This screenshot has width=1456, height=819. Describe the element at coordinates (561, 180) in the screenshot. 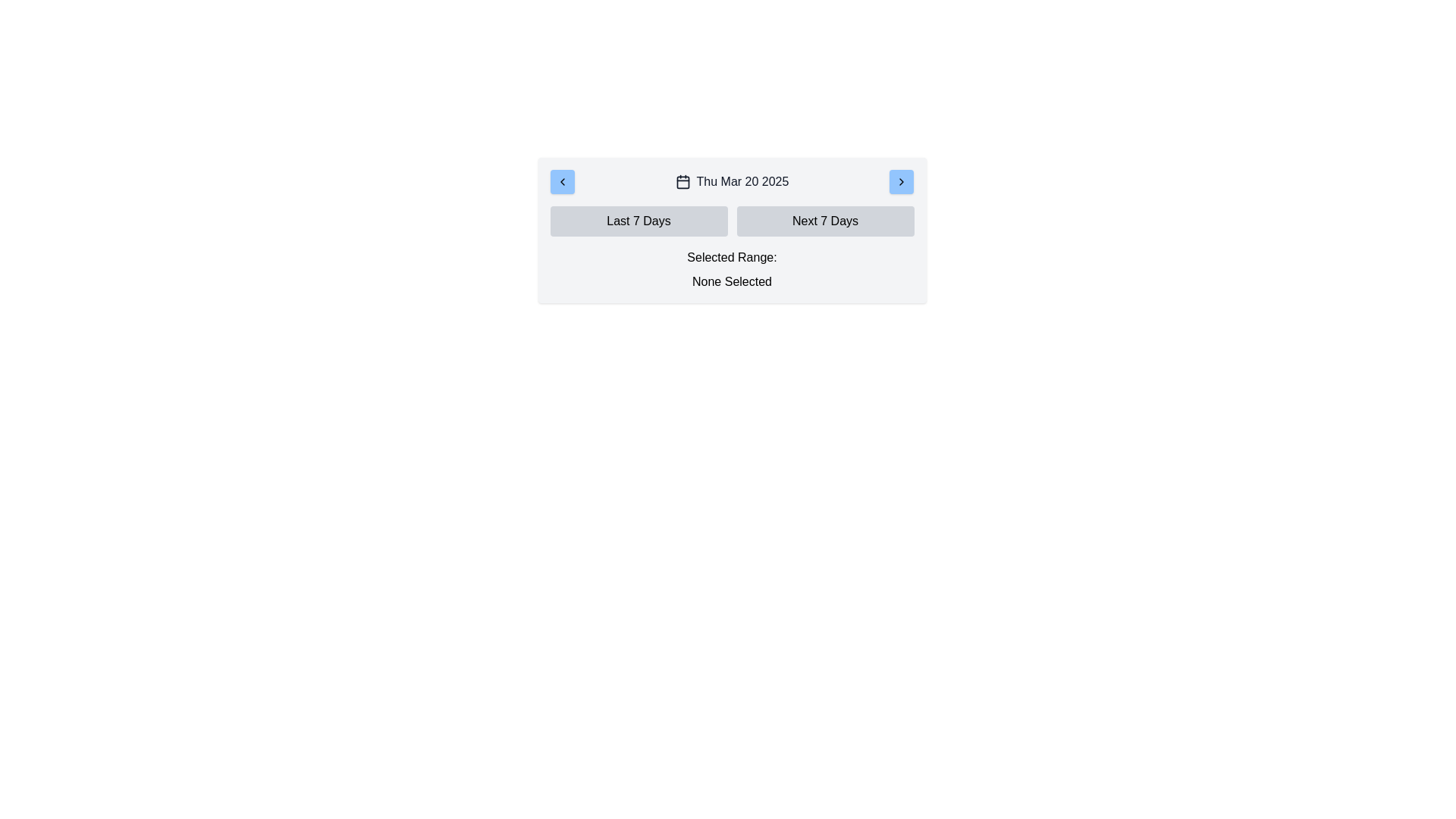

I see `the button located on the far left of the horizontal bar that displays 'Thu Mar 20 2025'` at that location.